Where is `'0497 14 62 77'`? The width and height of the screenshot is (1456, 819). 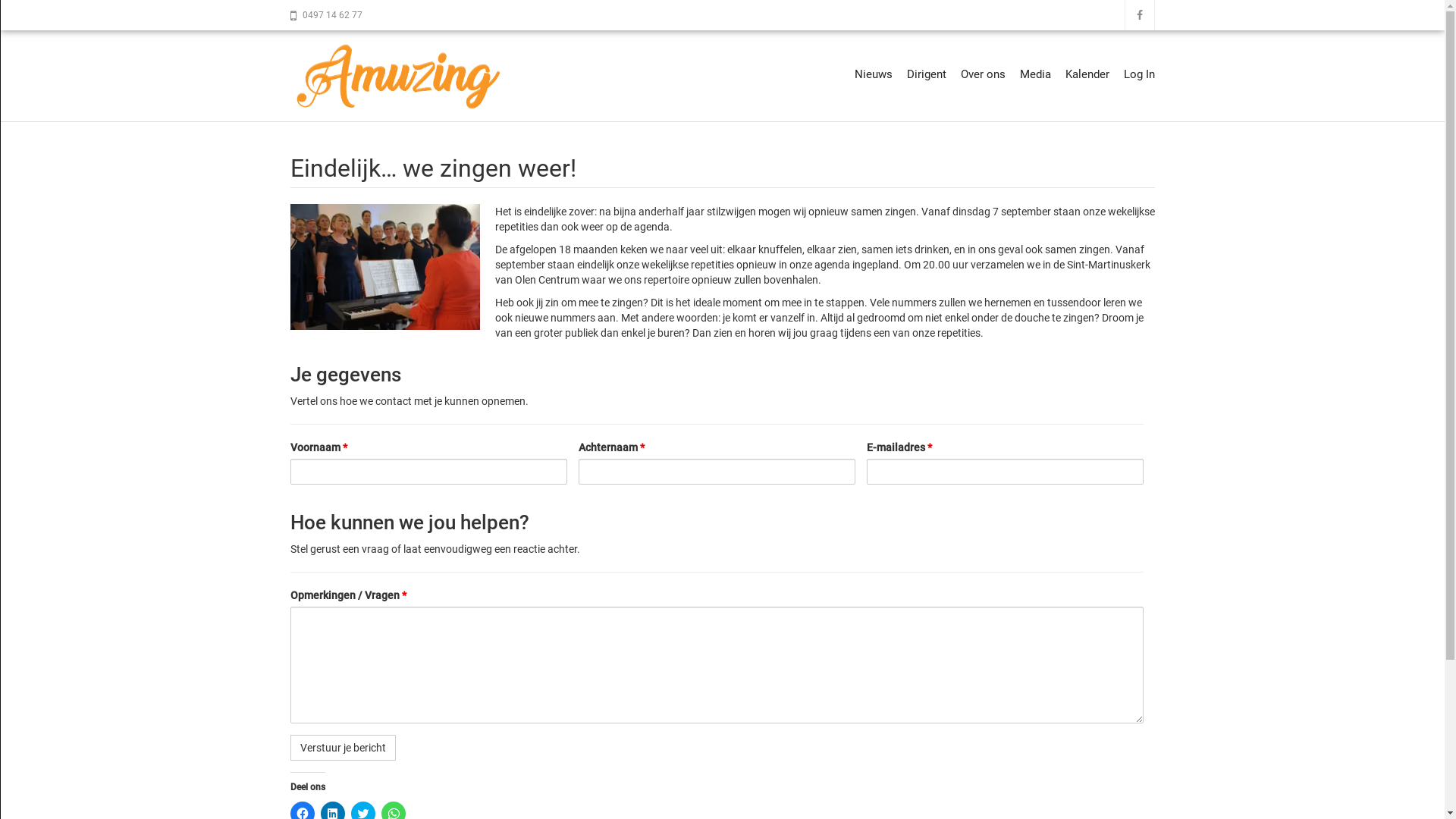 '0497 14 62 77' is located at coordinates (328, 14).